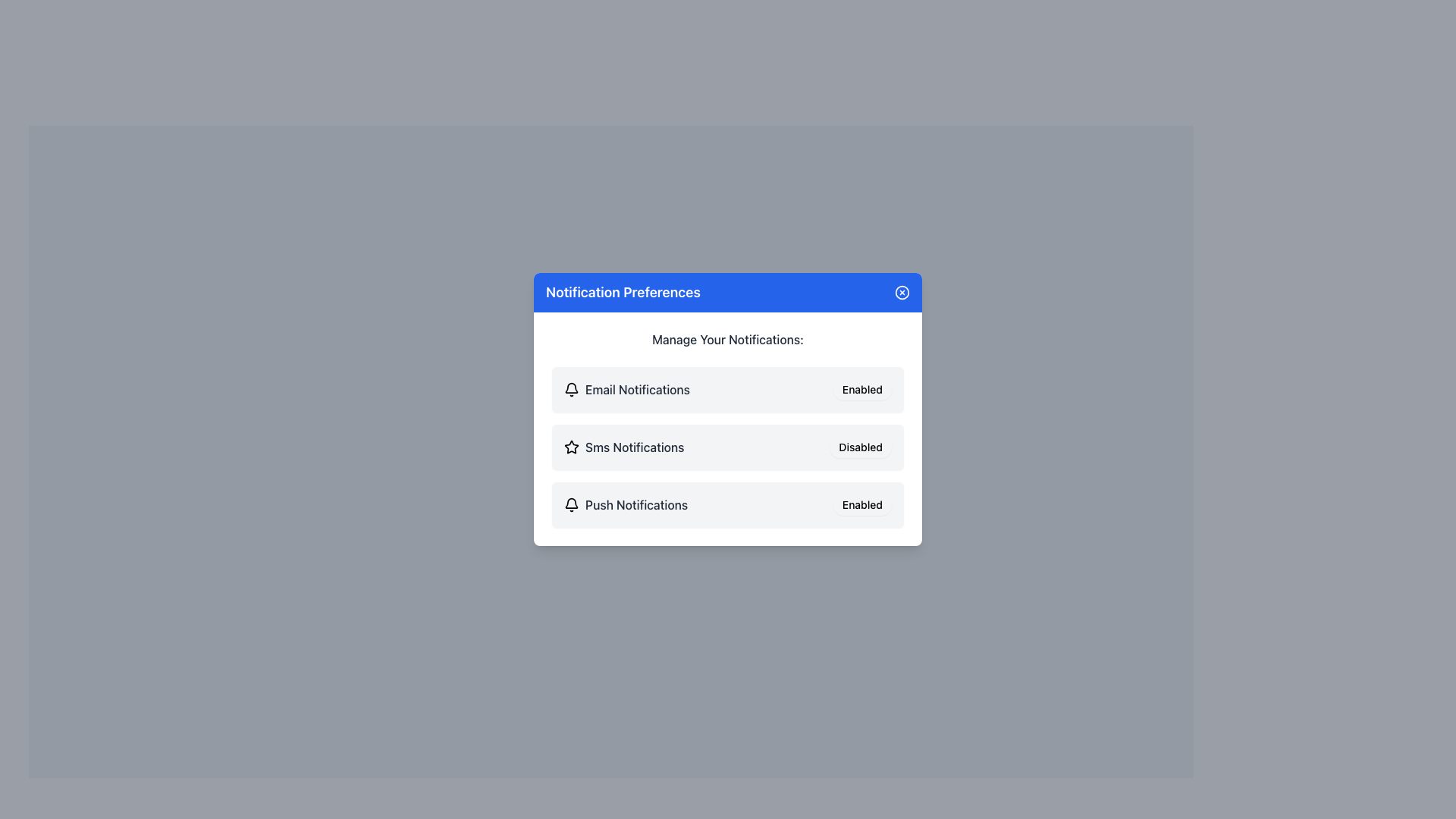 This screenshot has width=1456, height=819. What do you see at coordinates (862, 388) in the screenshot?
I see `the 'Enabled' button located on the right side of the 'Email Notifications' row in the 'Notification Preferences' panel` at bounding box center [862, 388].